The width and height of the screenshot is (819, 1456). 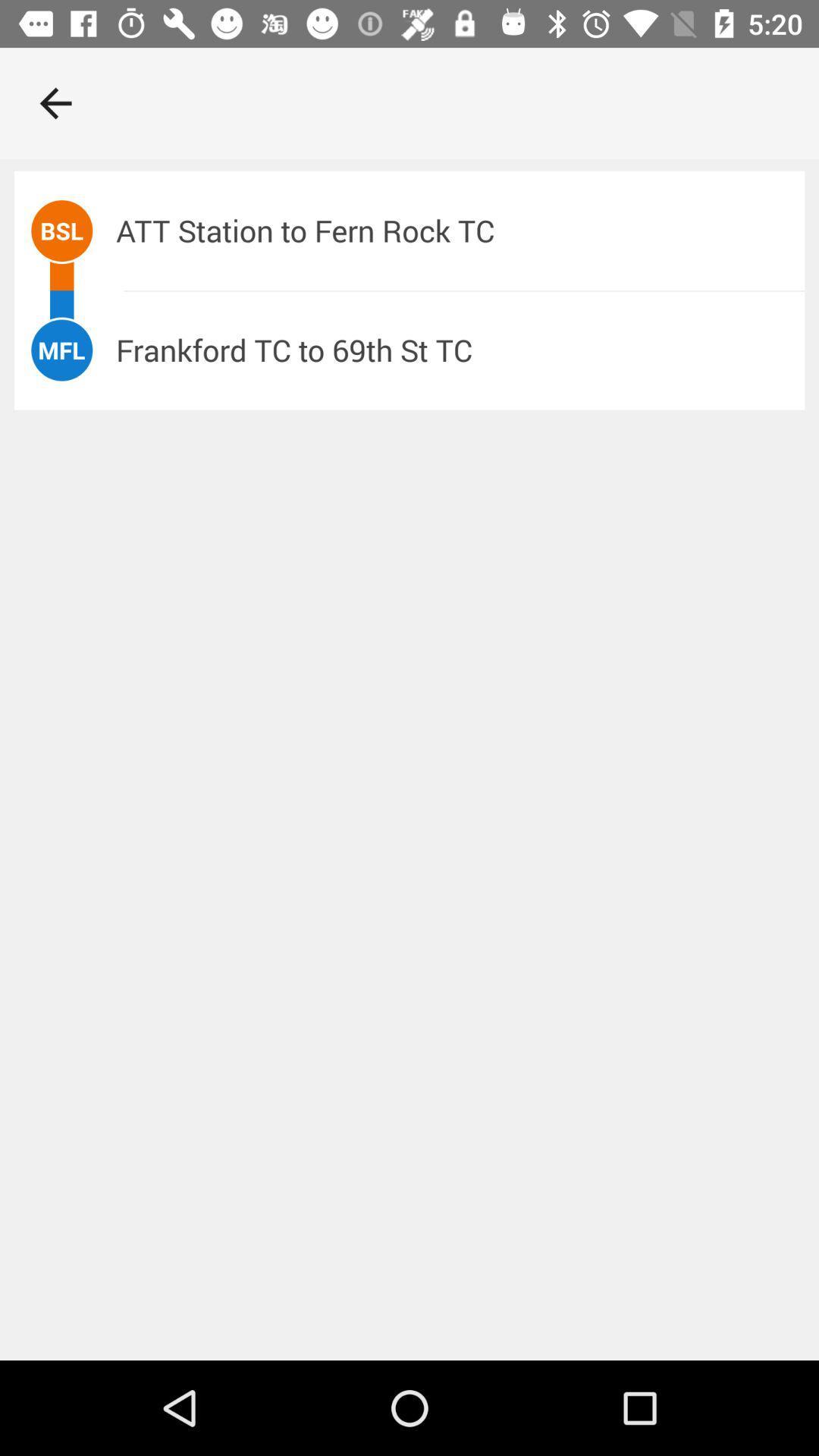 I want to click on icon to the left of the frankford tc to icon, so click(x=61, y=349).